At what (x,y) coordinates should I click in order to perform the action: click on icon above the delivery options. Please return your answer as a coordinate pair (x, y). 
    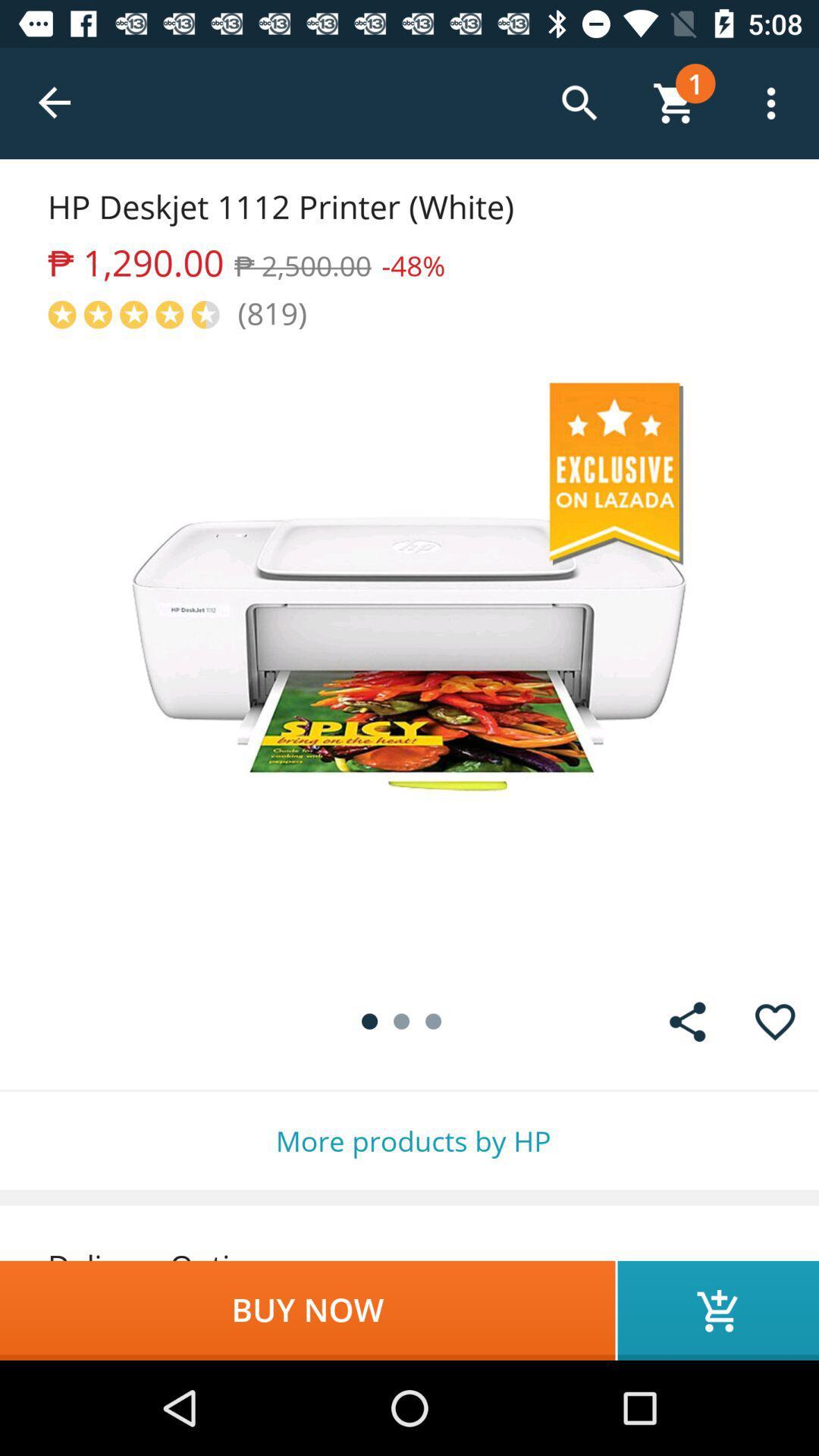
    Looking at the image, I should click on (409, 1141).